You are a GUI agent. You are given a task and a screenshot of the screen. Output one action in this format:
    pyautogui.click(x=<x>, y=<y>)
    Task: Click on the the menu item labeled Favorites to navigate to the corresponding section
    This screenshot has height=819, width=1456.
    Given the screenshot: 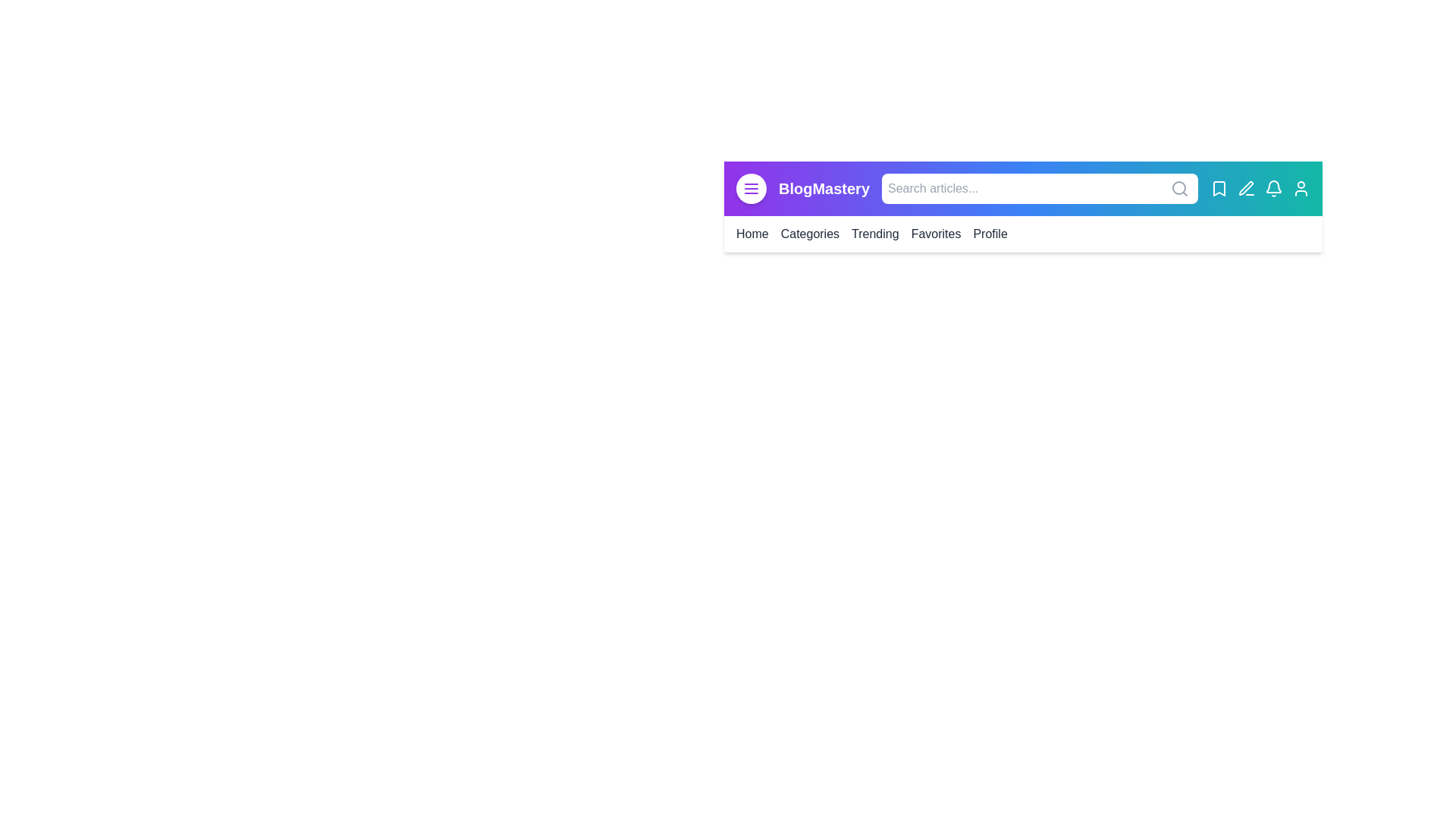 What is the action you would take?
    pyautogui.click(x=934, y=234)
    